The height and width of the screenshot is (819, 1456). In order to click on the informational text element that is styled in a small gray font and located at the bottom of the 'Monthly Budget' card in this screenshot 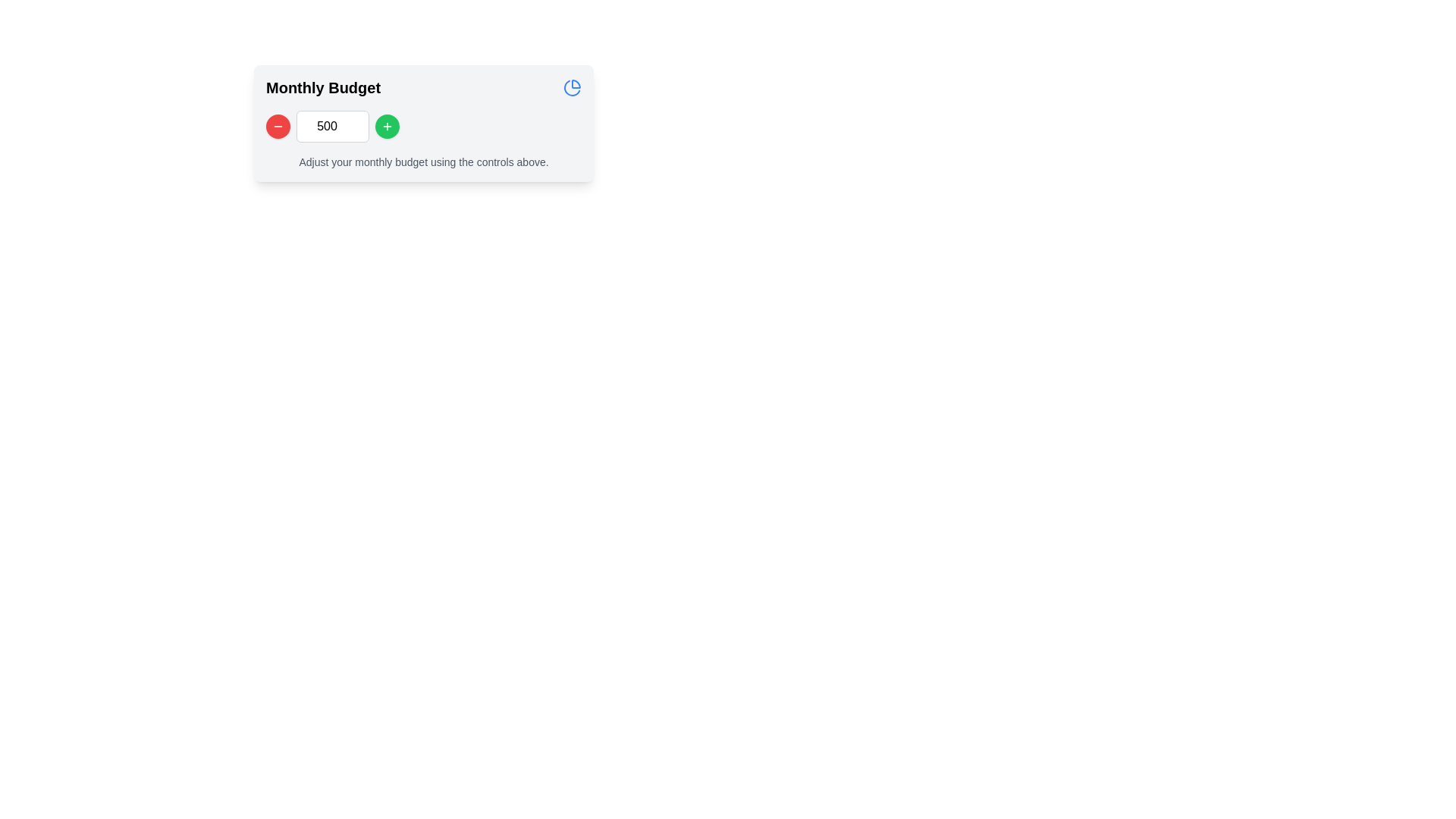, I will do `click(423, 162)`.